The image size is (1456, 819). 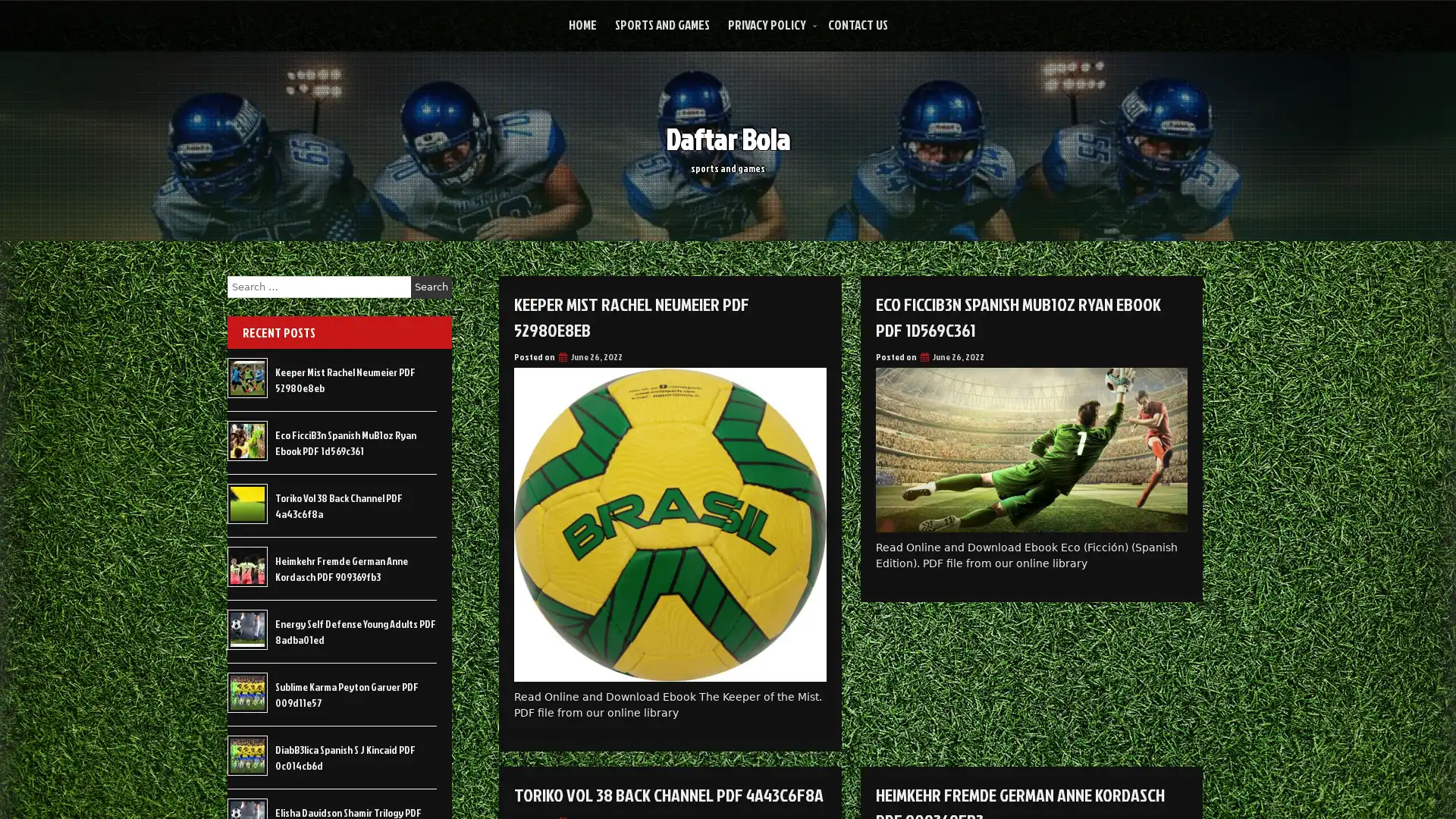 I want to click on Search, so click(x=431, y=287).